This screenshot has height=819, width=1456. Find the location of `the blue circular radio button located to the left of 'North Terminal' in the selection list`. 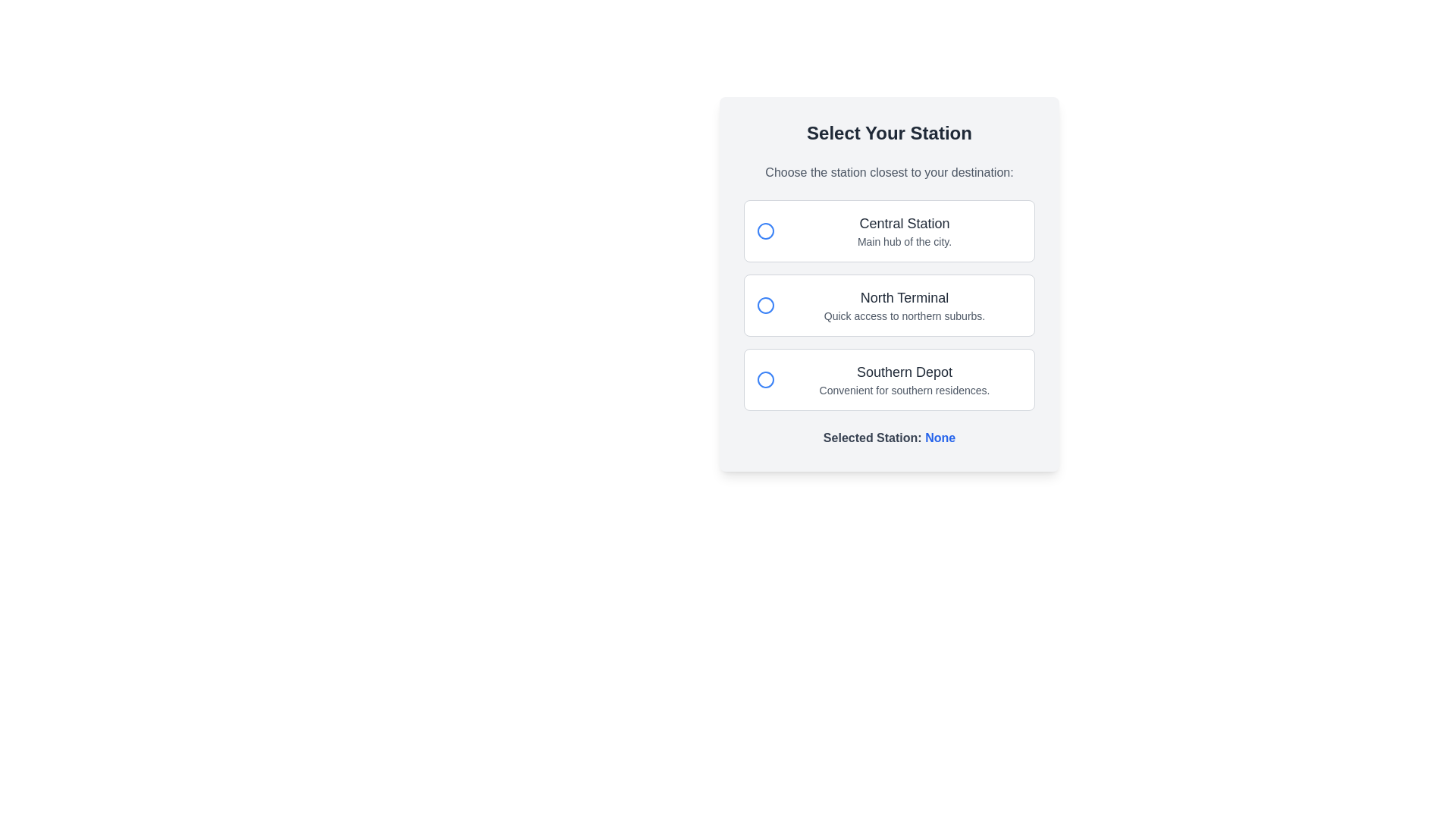

the blue circular radio button located to the left of 'North Terminal' in the selection list is located at coordinates (765, 305).